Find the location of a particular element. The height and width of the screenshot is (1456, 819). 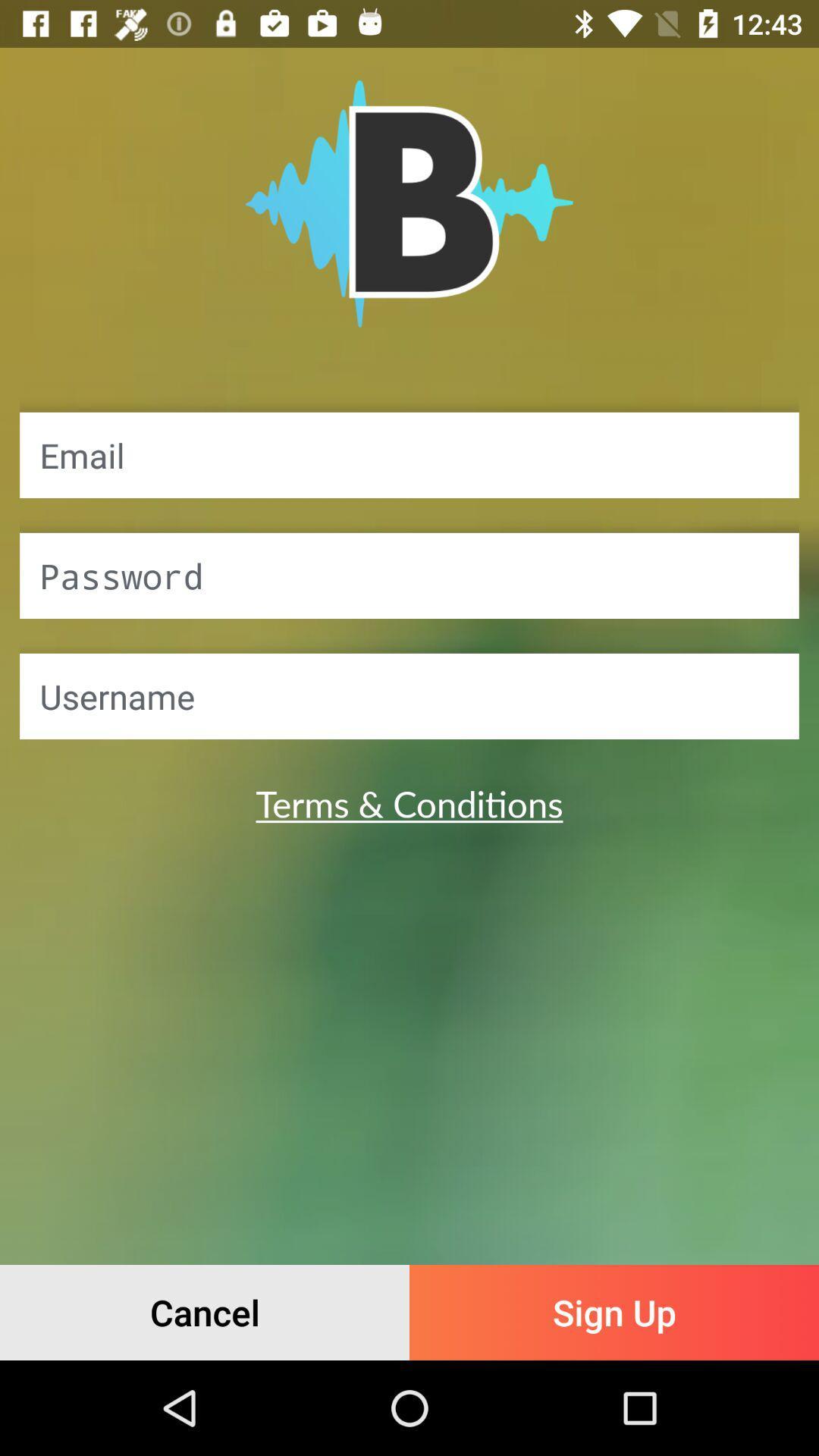

the terms & conditions is located at coordinates (409, 802).